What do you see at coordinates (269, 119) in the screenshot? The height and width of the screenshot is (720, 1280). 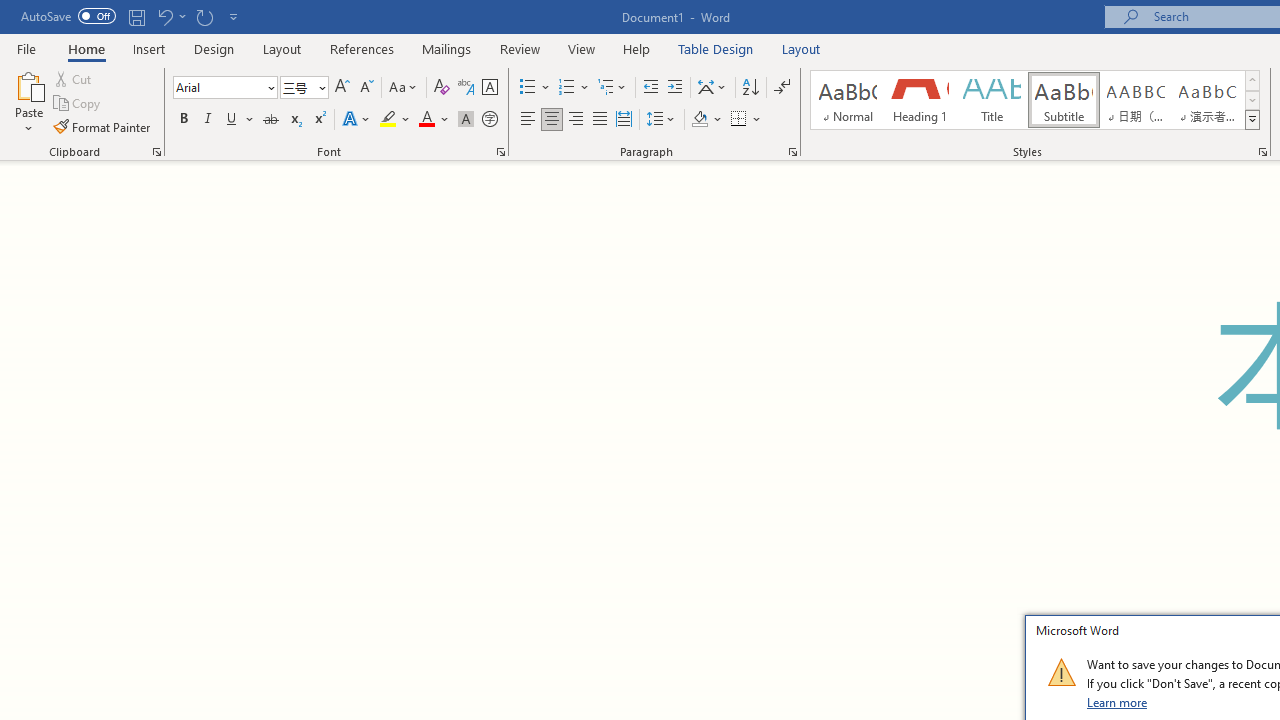 I see `'Strikethrough'` at bounding box center [269, 119].